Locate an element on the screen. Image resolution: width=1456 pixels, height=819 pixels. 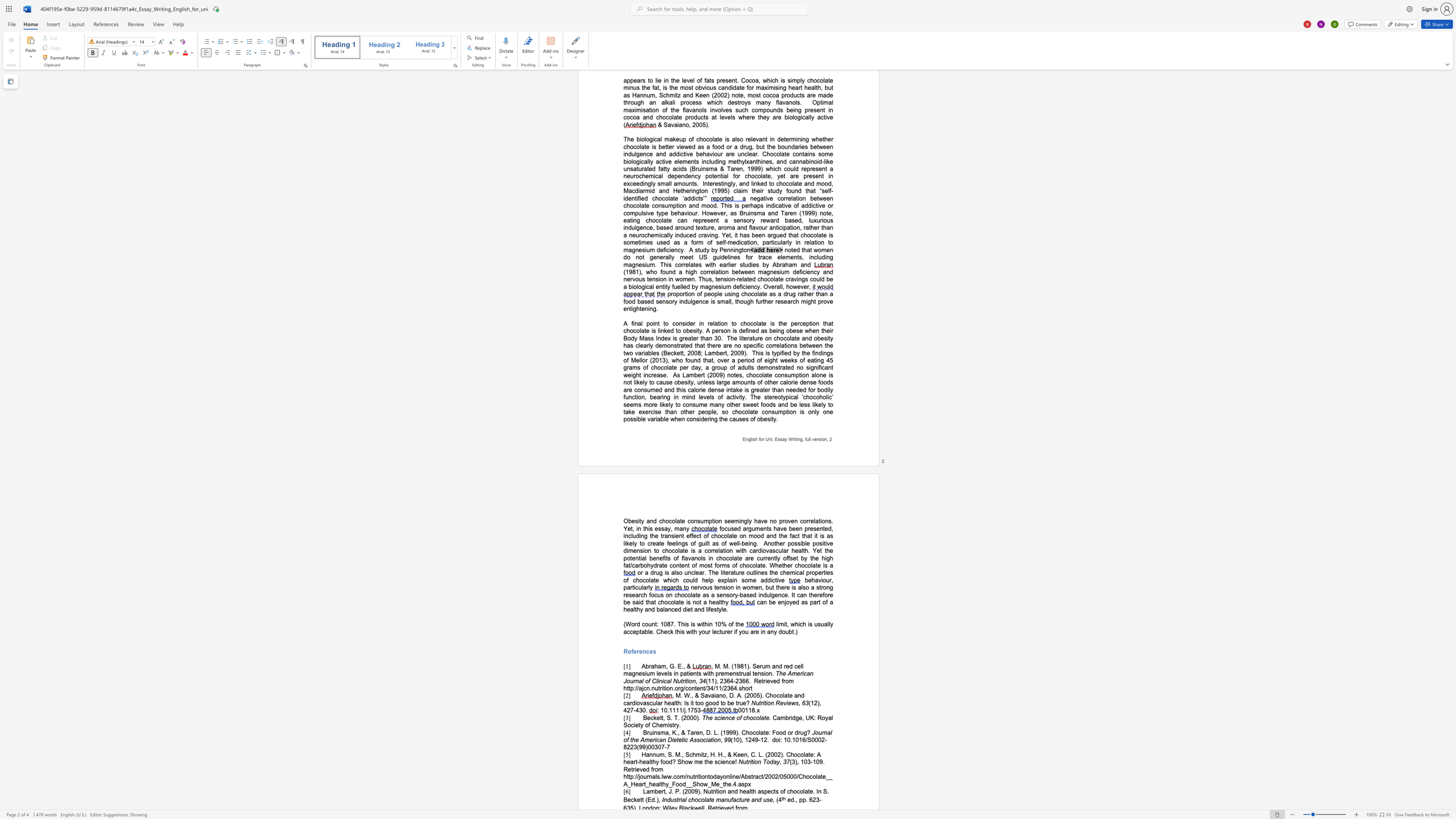
the subset text "ion" within the text "Journal of the American Dietetic Association" is located at coordinates (712, 740).